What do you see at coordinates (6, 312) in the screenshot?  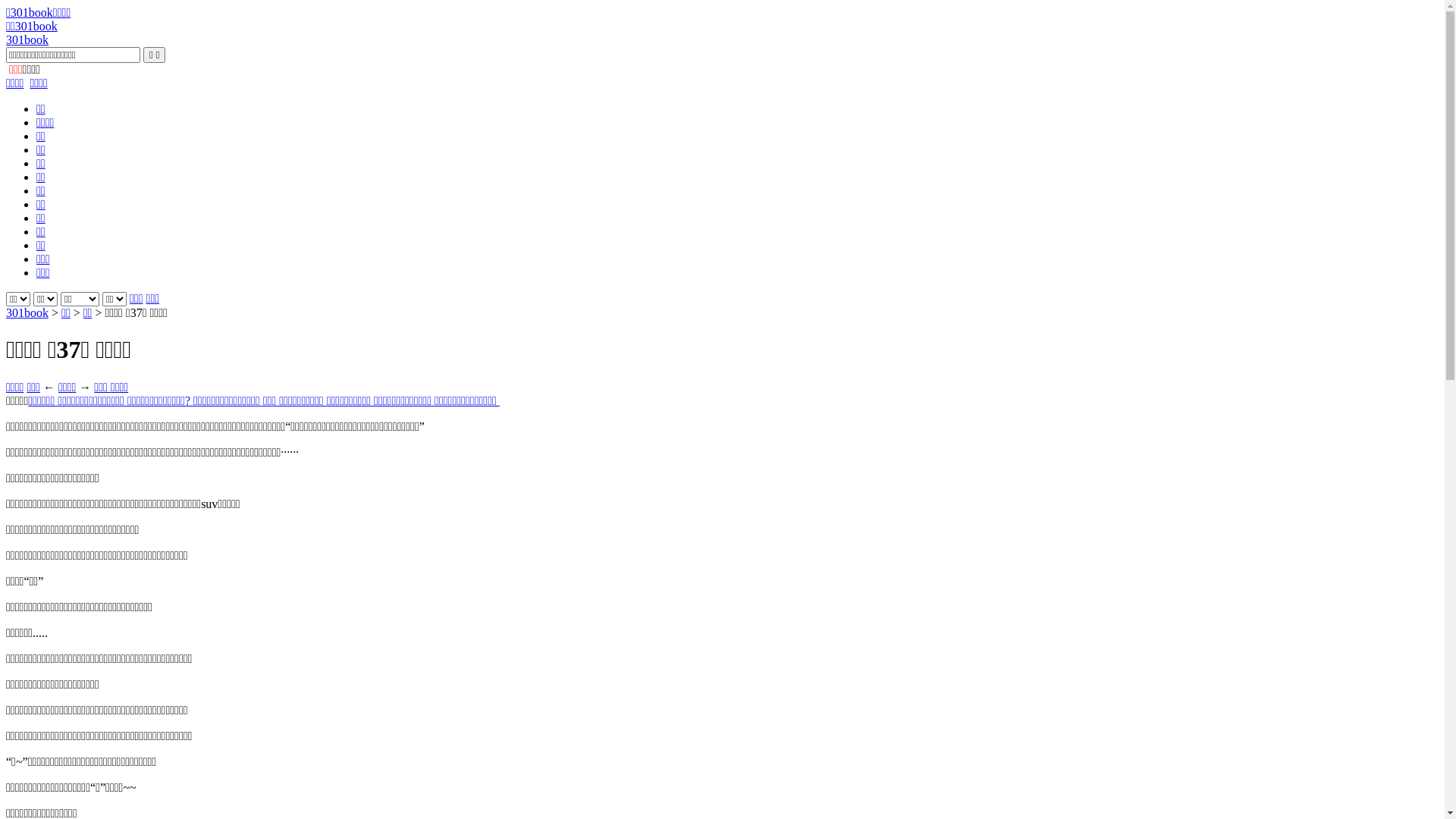 I see `'301book'` at bounding box center [6, 312].